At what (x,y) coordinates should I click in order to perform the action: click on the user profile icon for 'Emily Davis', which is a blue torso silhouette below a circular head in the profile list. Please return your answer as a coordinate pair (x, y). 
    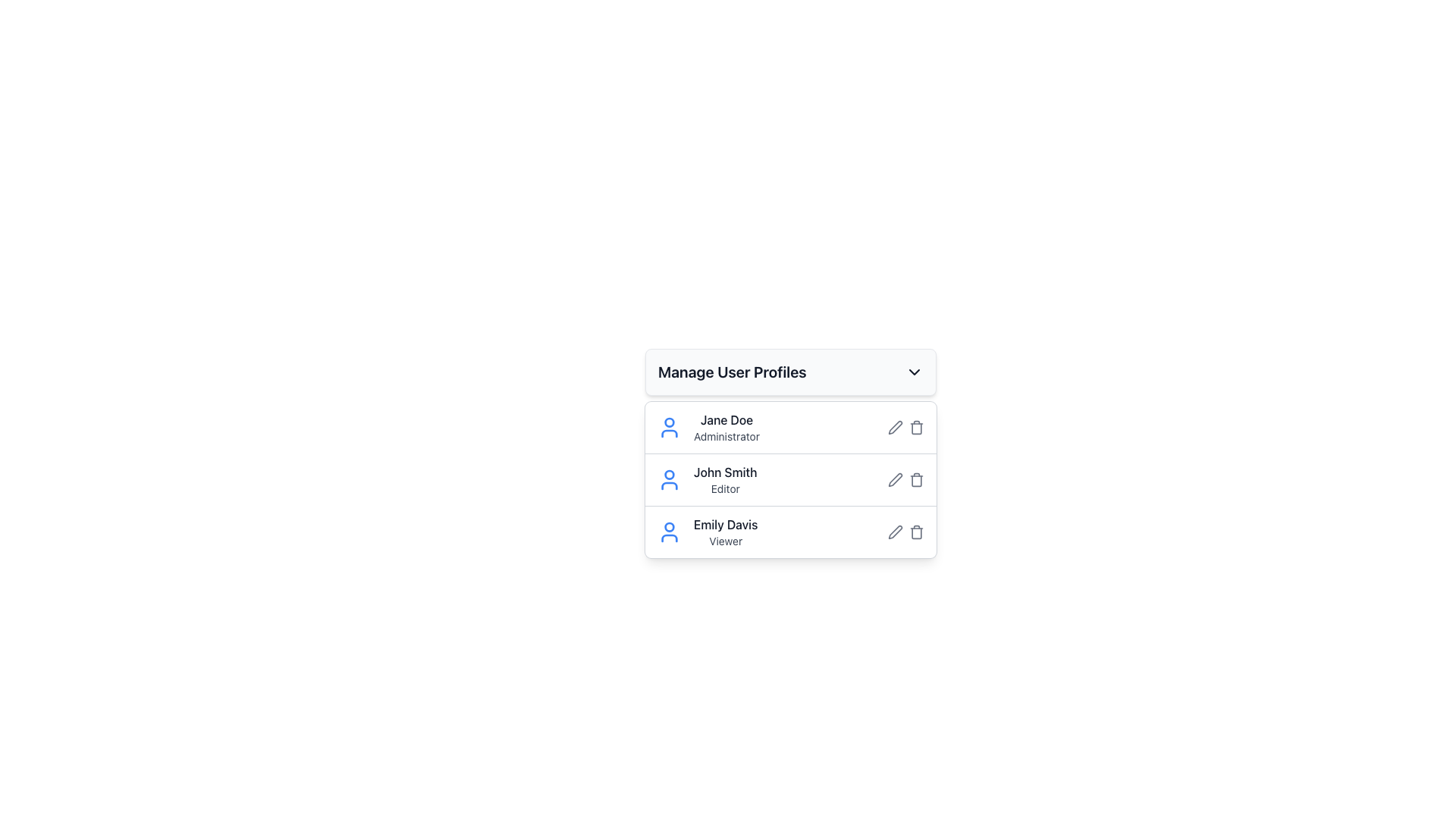
    Looking at the image, I should click on (669, 537).